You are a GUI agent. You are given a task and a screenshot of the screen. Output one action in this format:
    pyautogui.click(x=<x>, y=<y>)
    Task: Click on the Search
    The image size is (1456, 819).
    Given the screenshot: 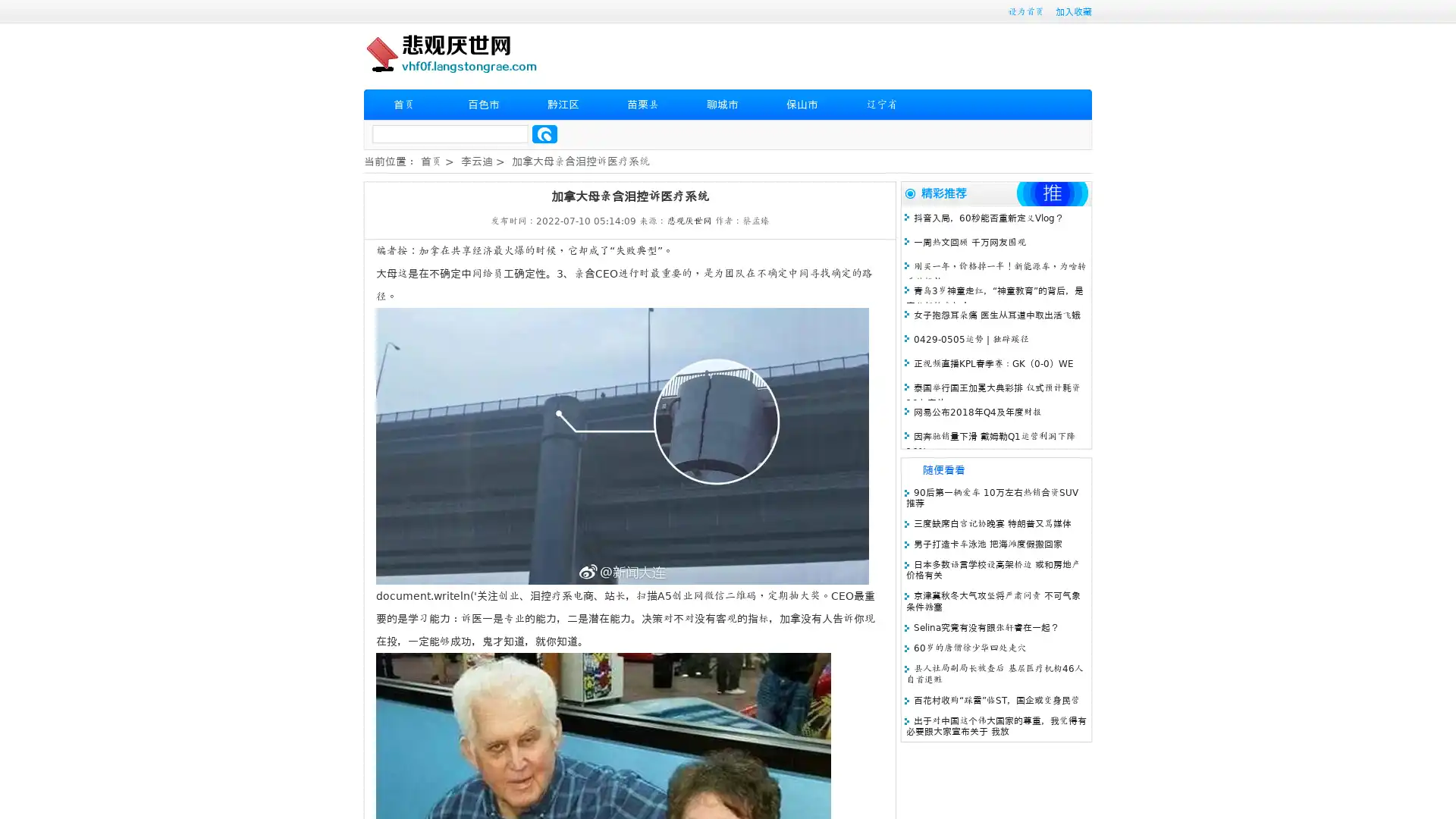 What is the action you would take?
    pyautogui.click(x=544, y=133)
    